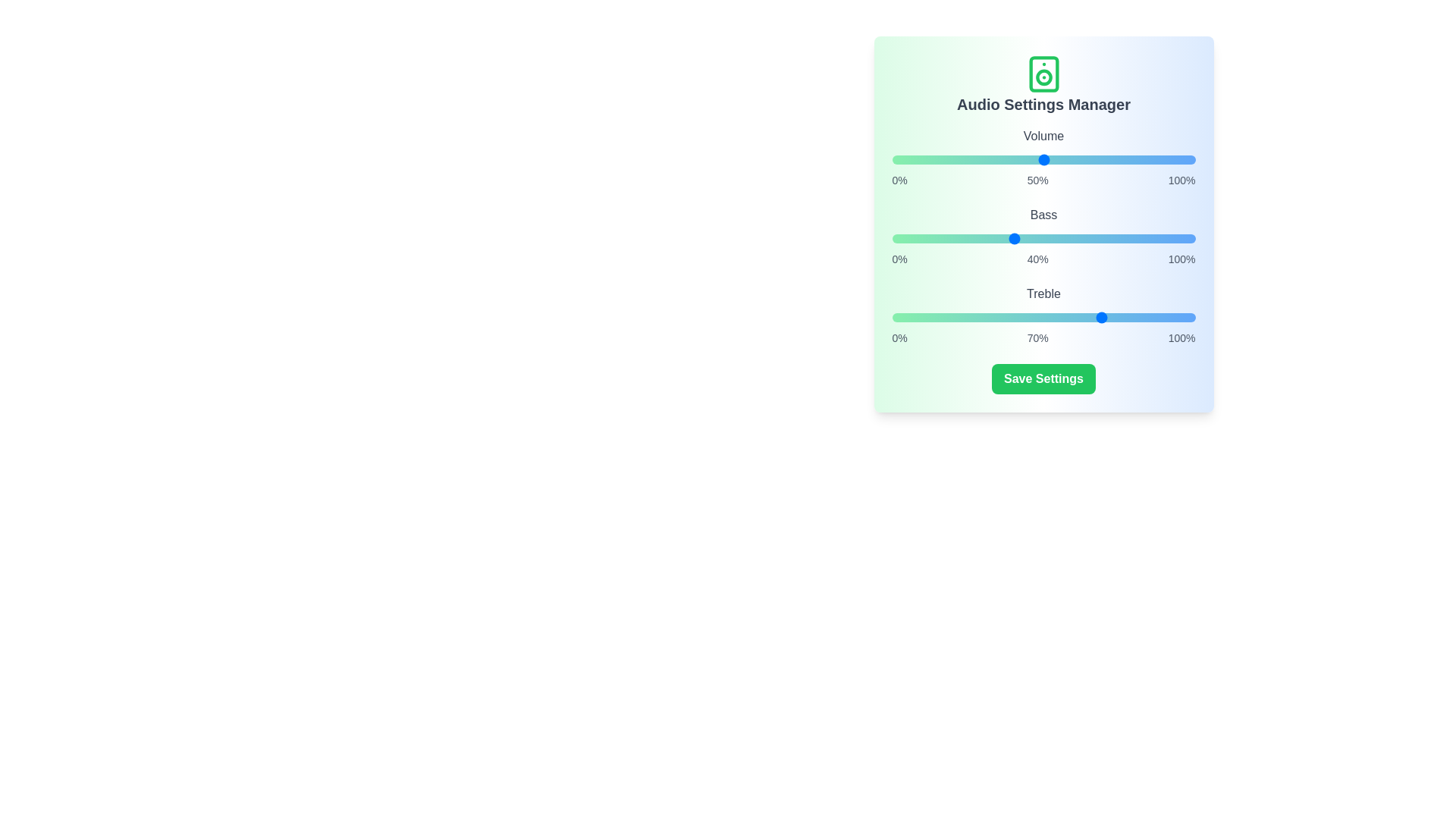  What do you see at coordinates (1122, 317) in the screenshot?
I see `the treble slider to 76%` at bounding box center [1122, 317].